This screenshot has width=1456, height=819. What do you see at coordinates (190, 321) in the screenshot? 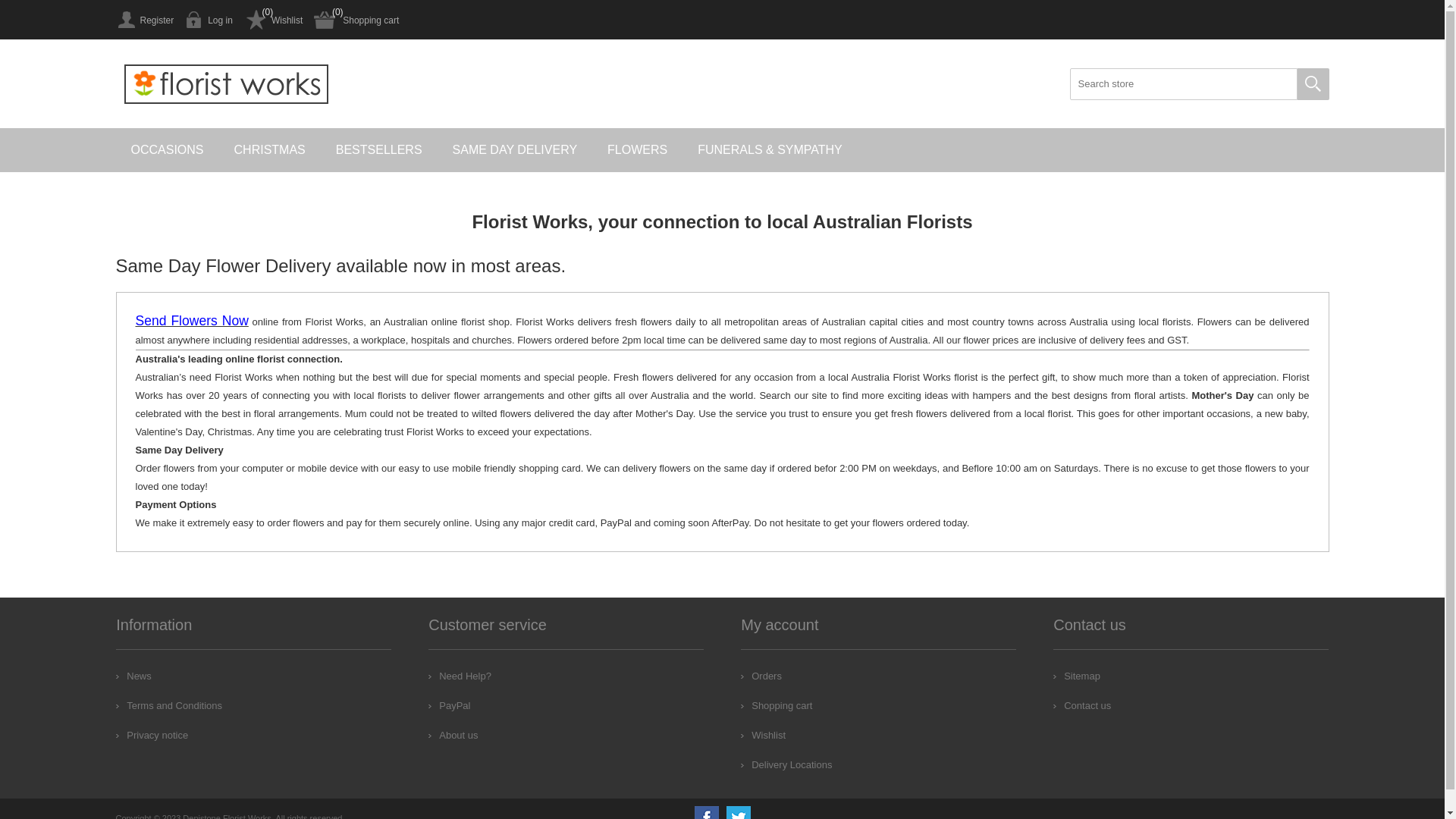
I see `'Send Flowers Now'` at bounding box center [190, 321].